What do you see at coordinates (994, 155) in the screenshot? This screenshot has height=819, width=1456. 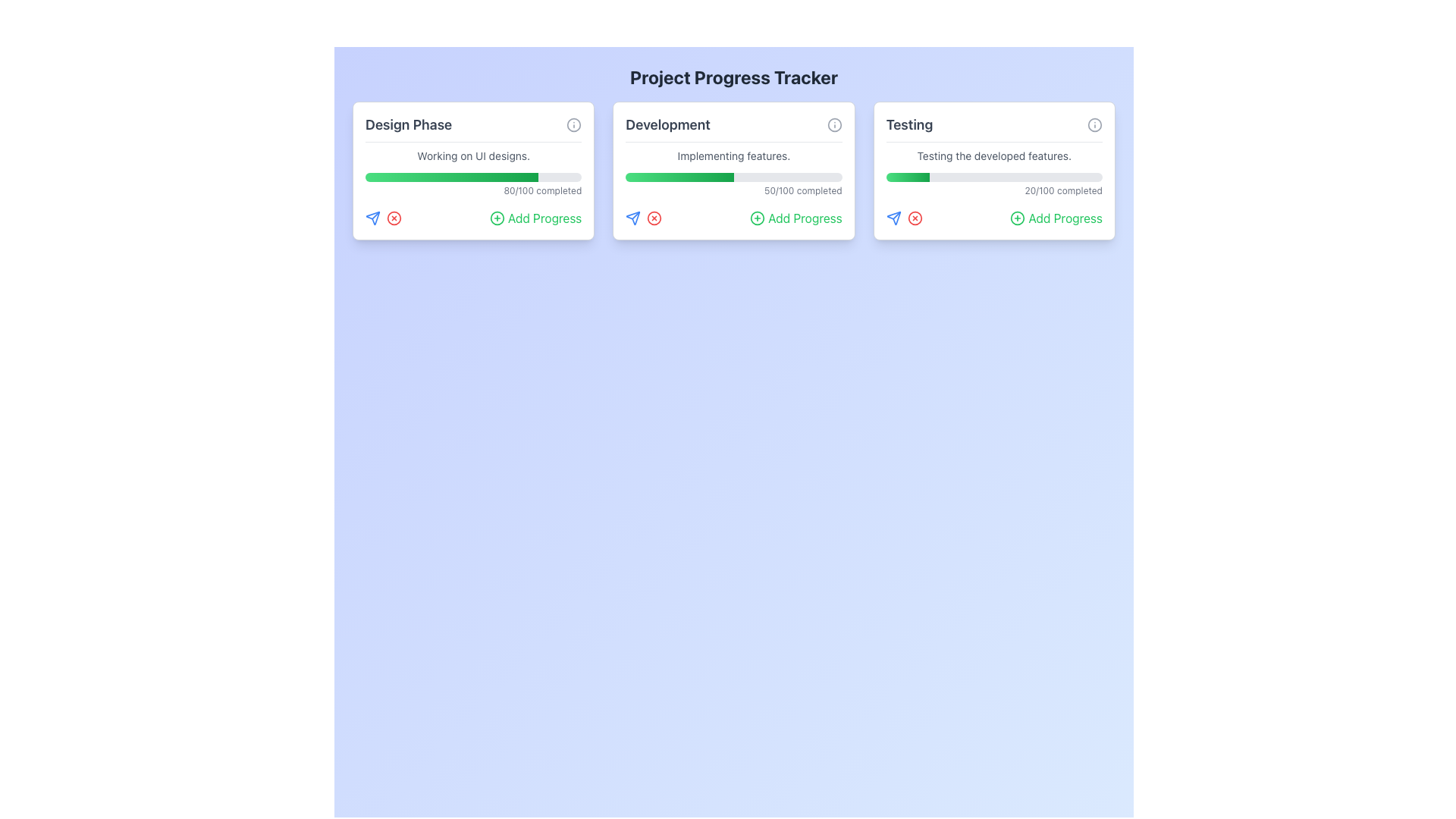 I see `the grey text label reading 'Testing the developed features.' located below the title 'Testing' in the third card of the horizontal sequence of three cards` at bounding box center [994, 155].